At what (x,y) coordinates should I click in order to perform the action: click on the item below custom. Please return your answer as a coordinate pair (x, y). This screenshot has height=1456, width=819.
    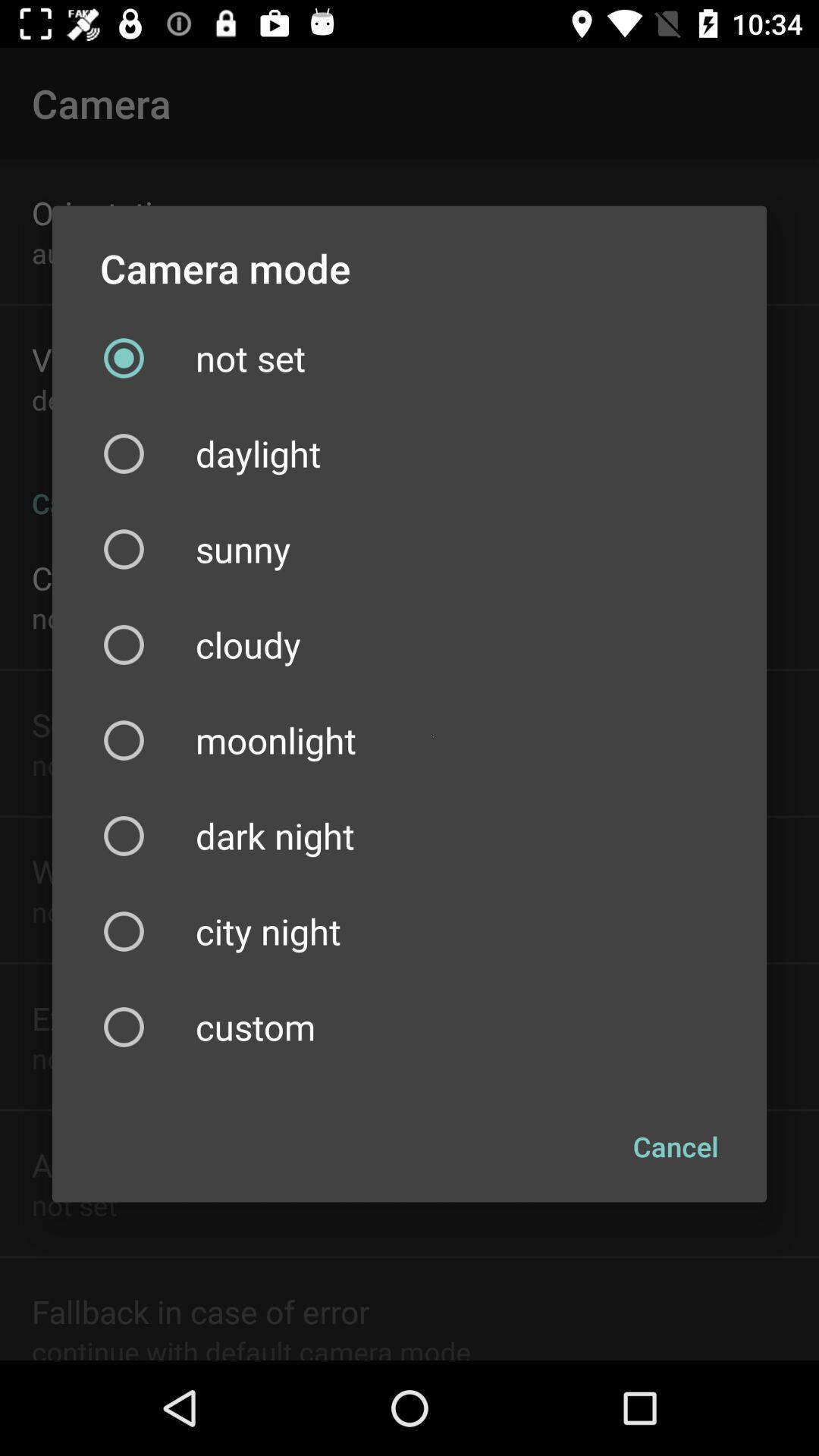
    Looking at the image, I should click on (675, 1147).